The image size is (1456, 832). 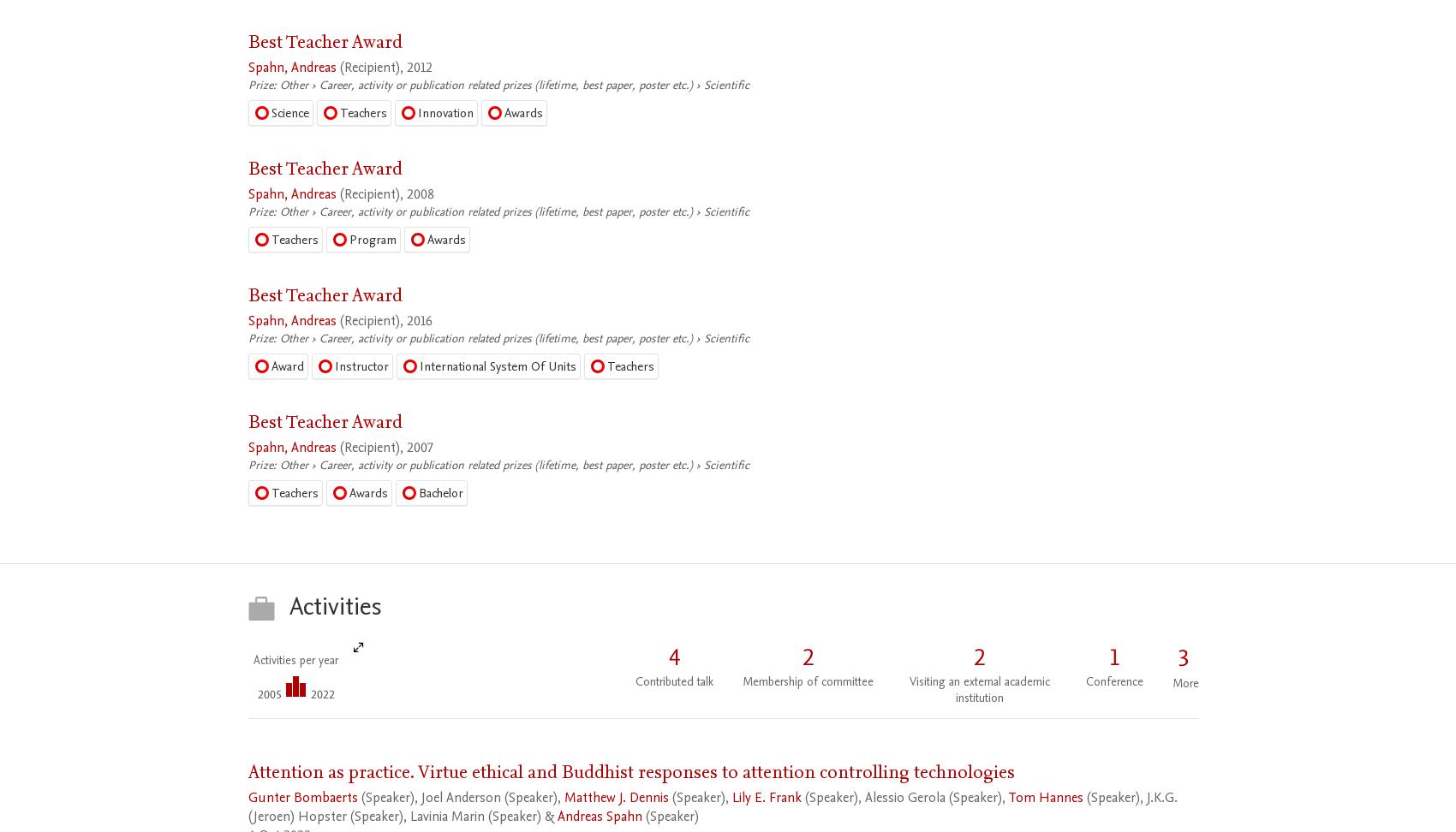 I want to click on '(Speaker) &', so click(x=483, y=816).